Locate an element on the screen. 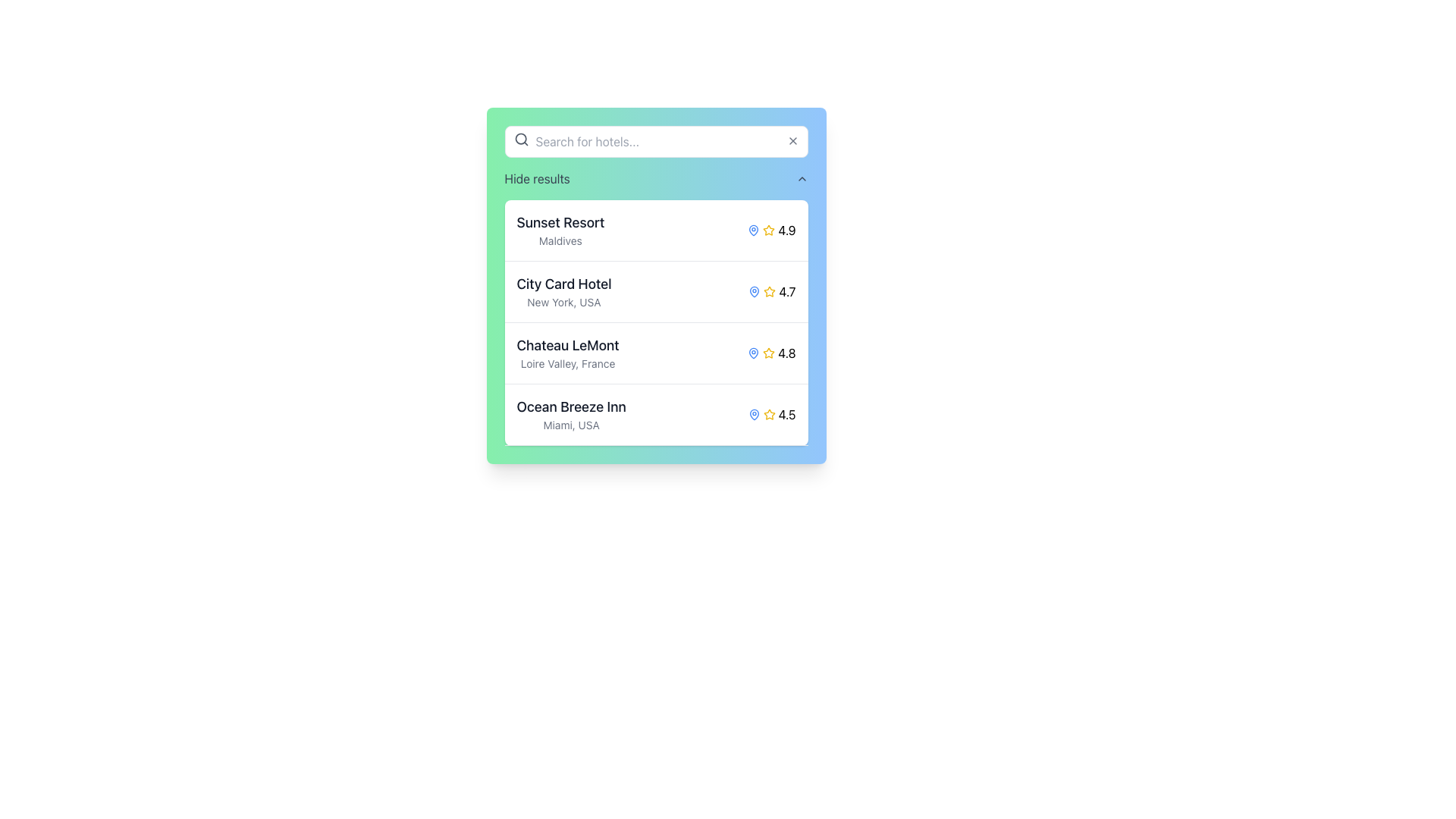 This screenshot has width=1456, height=819. the star rating icon located to the left of the numeric rating '4.7' for the City Card Hotel in New York, USA is located at coordinates (770, 292).